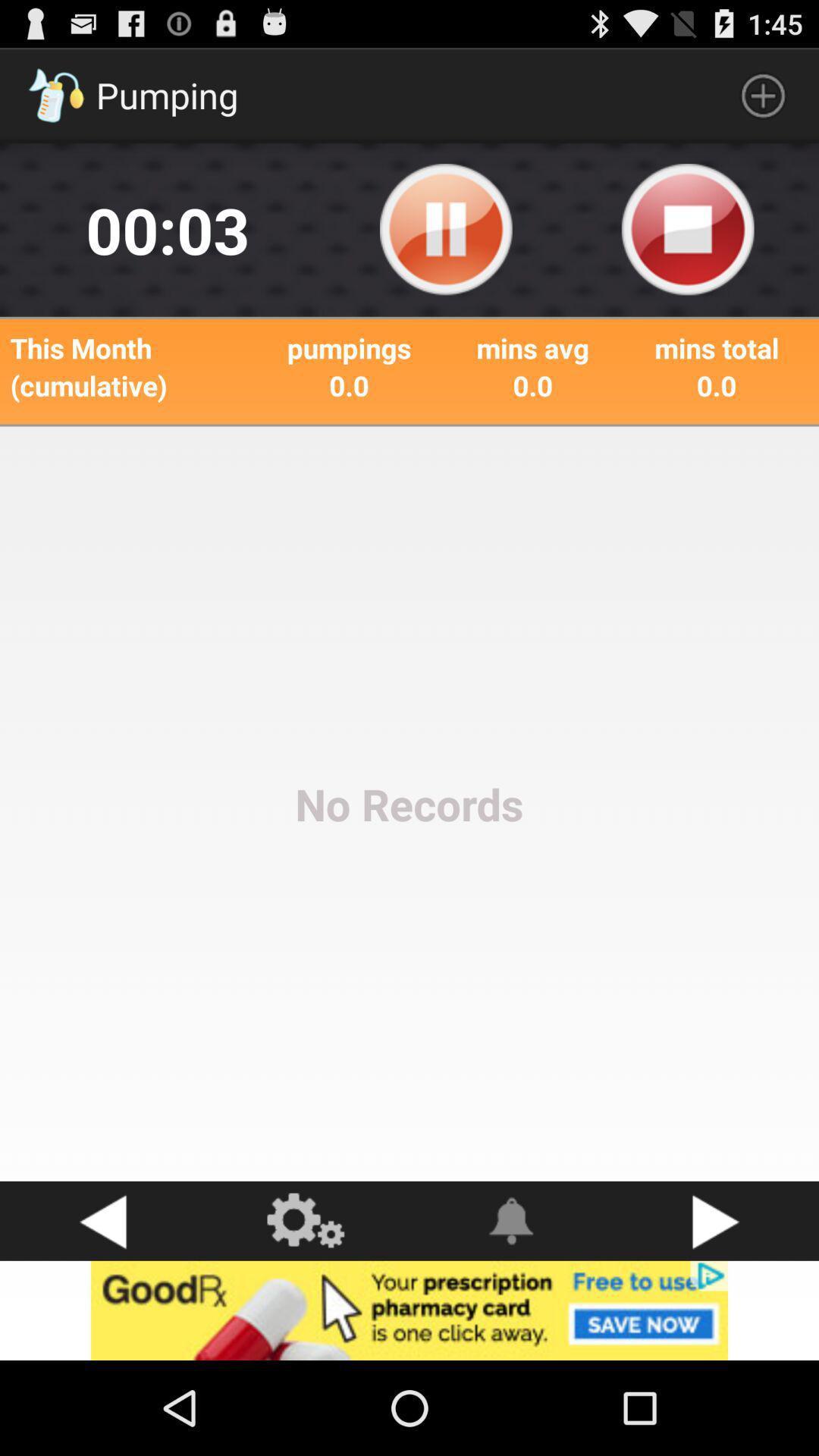 This screenshot has width=819, height=1456. Describe the element at coordinates (445, 229) in the screenshot. I see `pause the records` at that location.